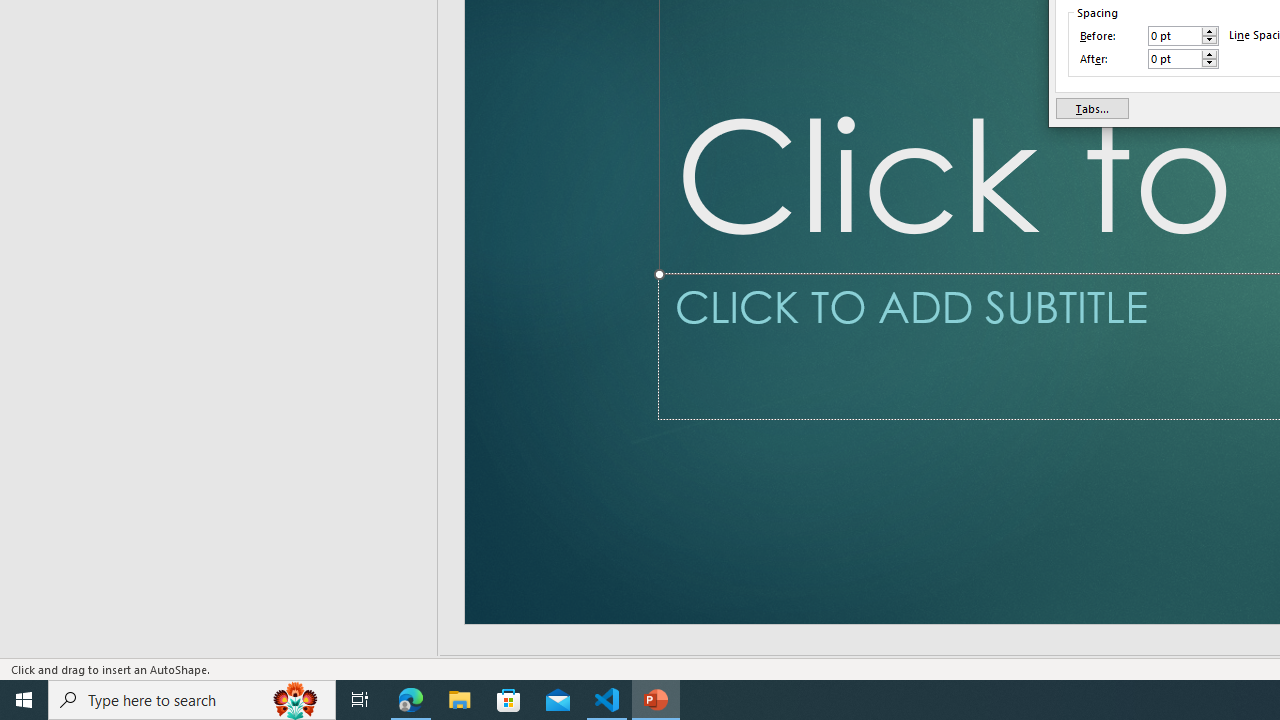 The width and height of the screenshot is (1280, 720). What do you see at coordinates (1175, 36) in the screenshot?
I see `'Before'` at bounding box center [1175, 36].